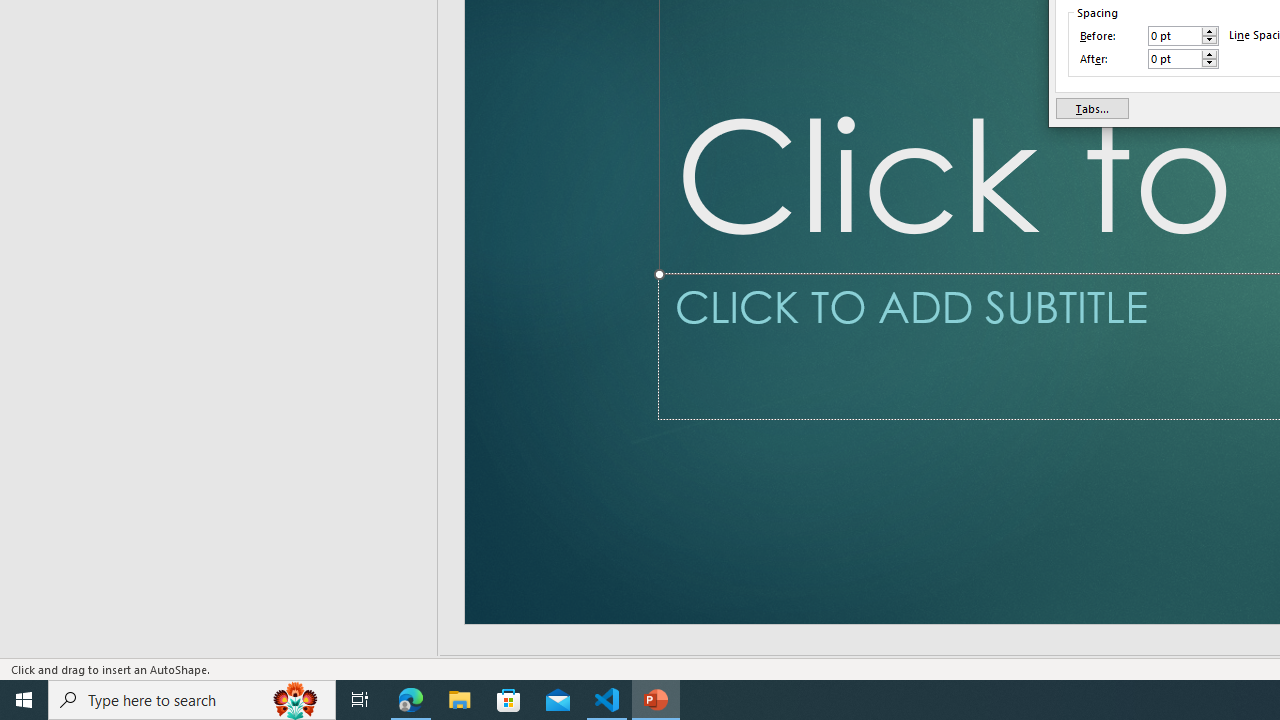 The width and height of the screenshot is (1280, 720). What do you see at coordinates (1175, 36) in the screenshot?
I see `'Before'` at bounding box center [1175, 36].